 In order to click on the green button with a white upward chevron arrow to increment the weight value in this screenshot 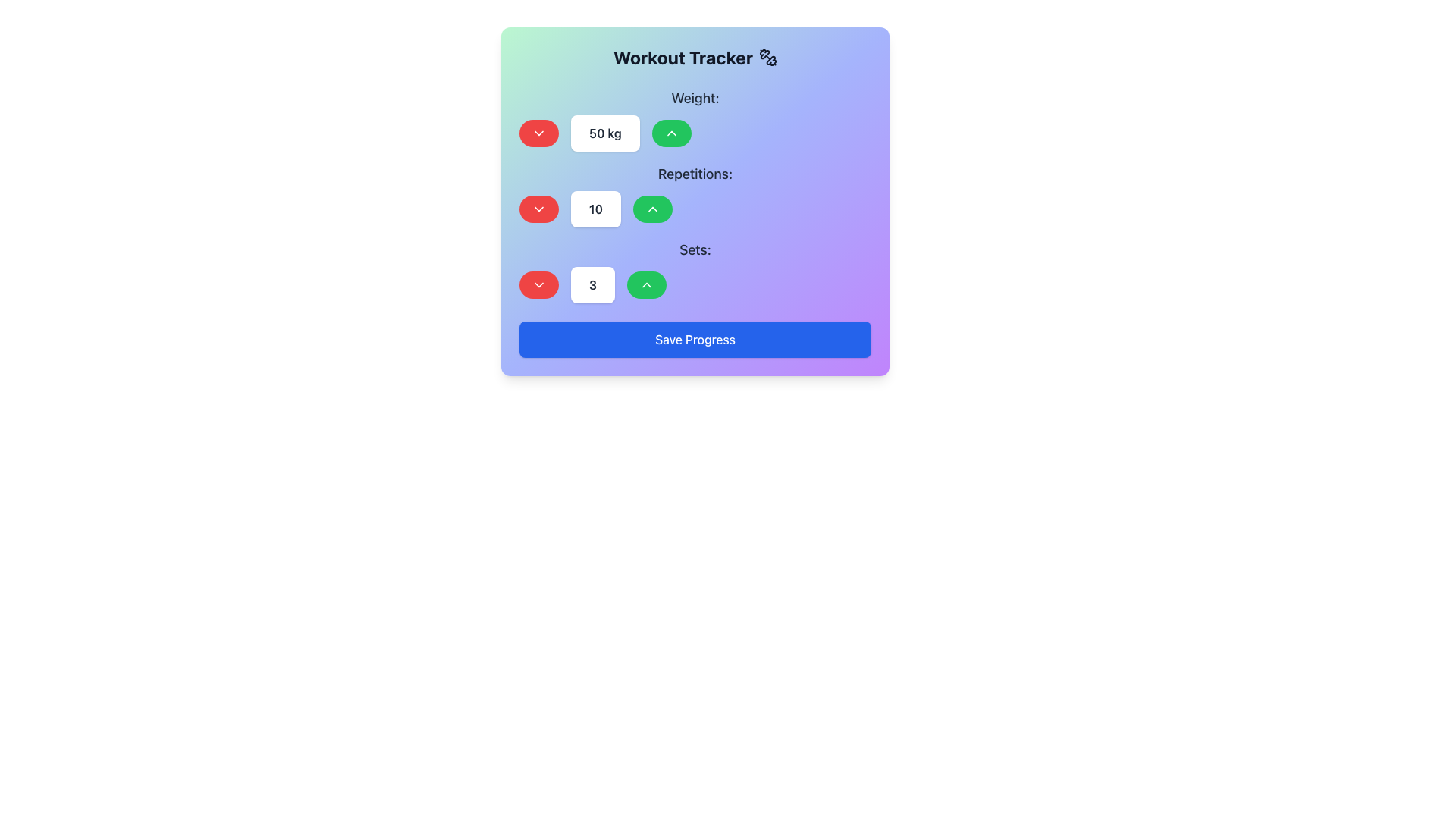, I will do `click(670, 133)`.